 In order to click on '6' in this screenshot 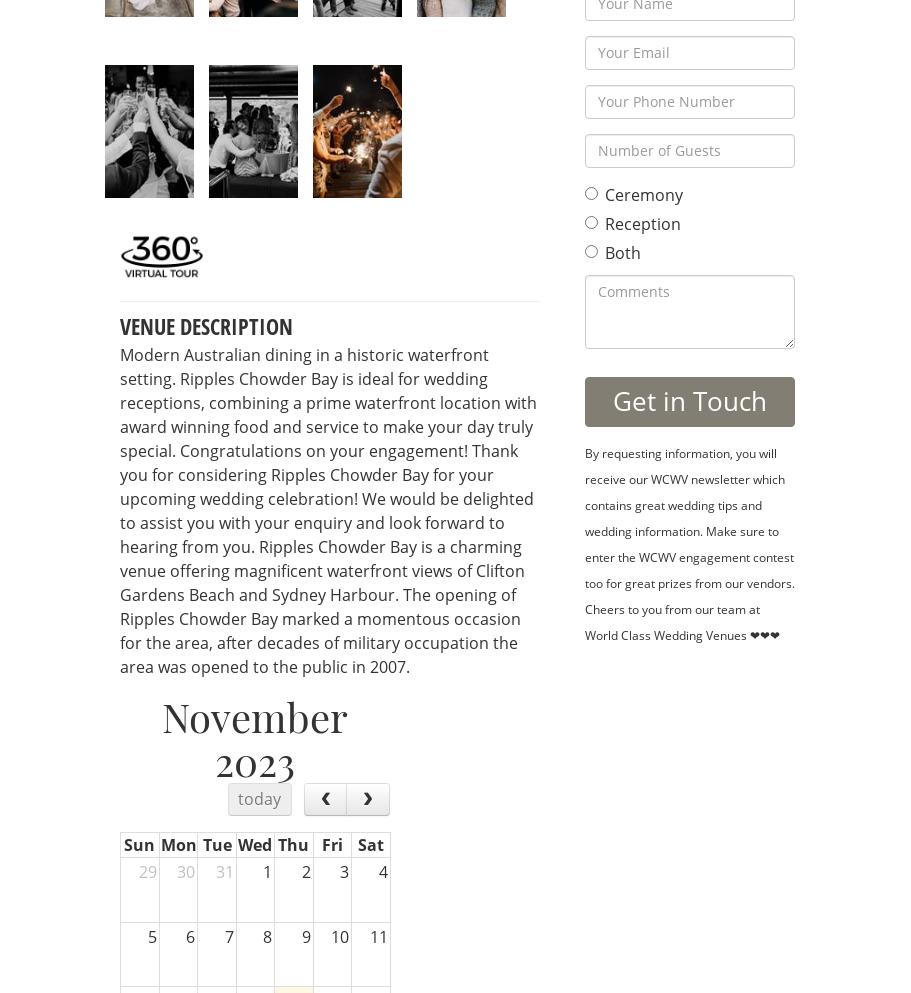, I will do `click(189, 935)`.